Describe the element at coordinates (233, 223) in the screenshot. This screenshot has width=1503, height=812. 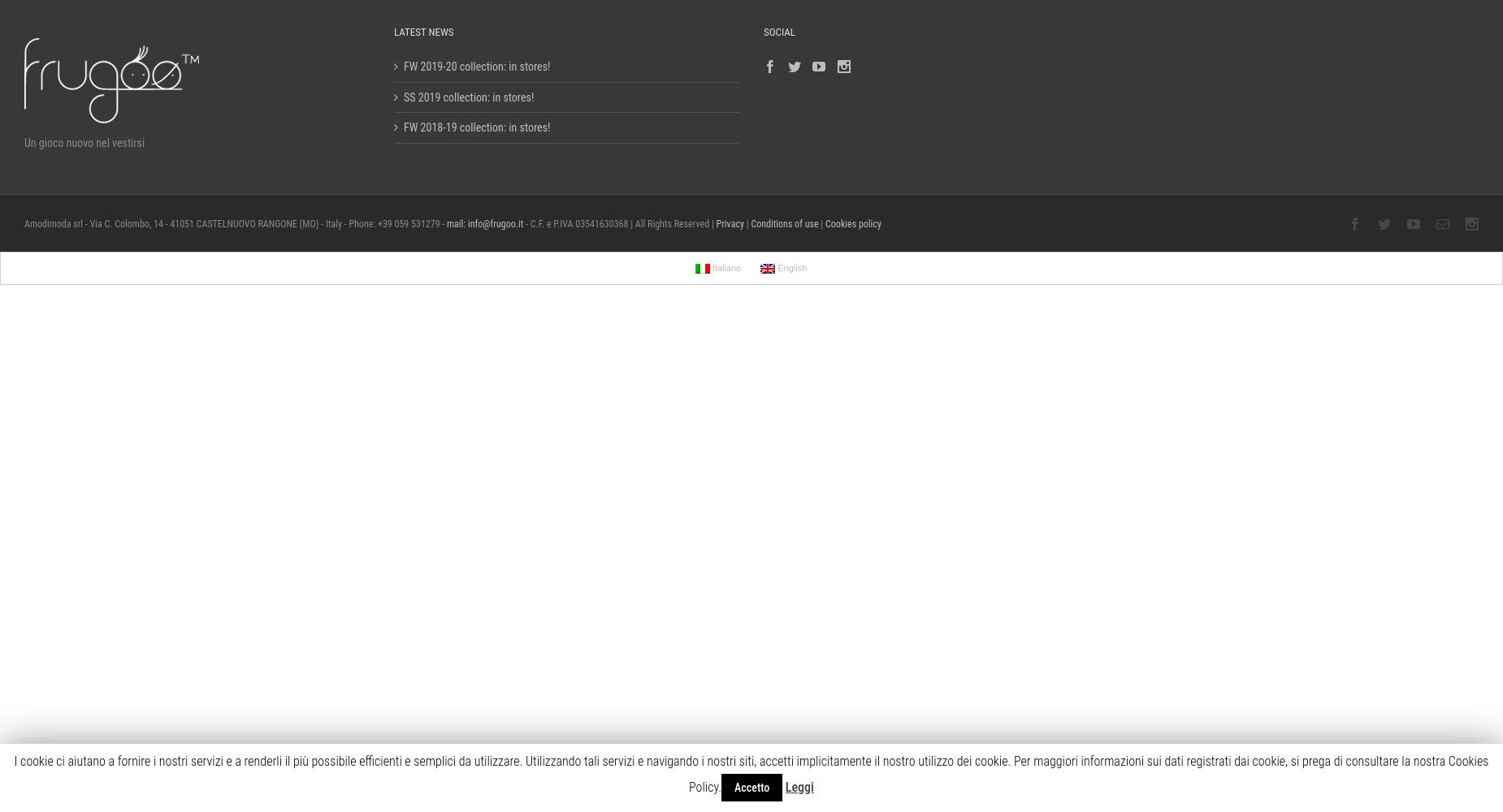
I see `'Amodimoda srl - Via C. Colombo, 14 - 41051 CASTELNUOVO RANGONE (MO) - Italy - Phone: +39 059 531279 -'` at that location.